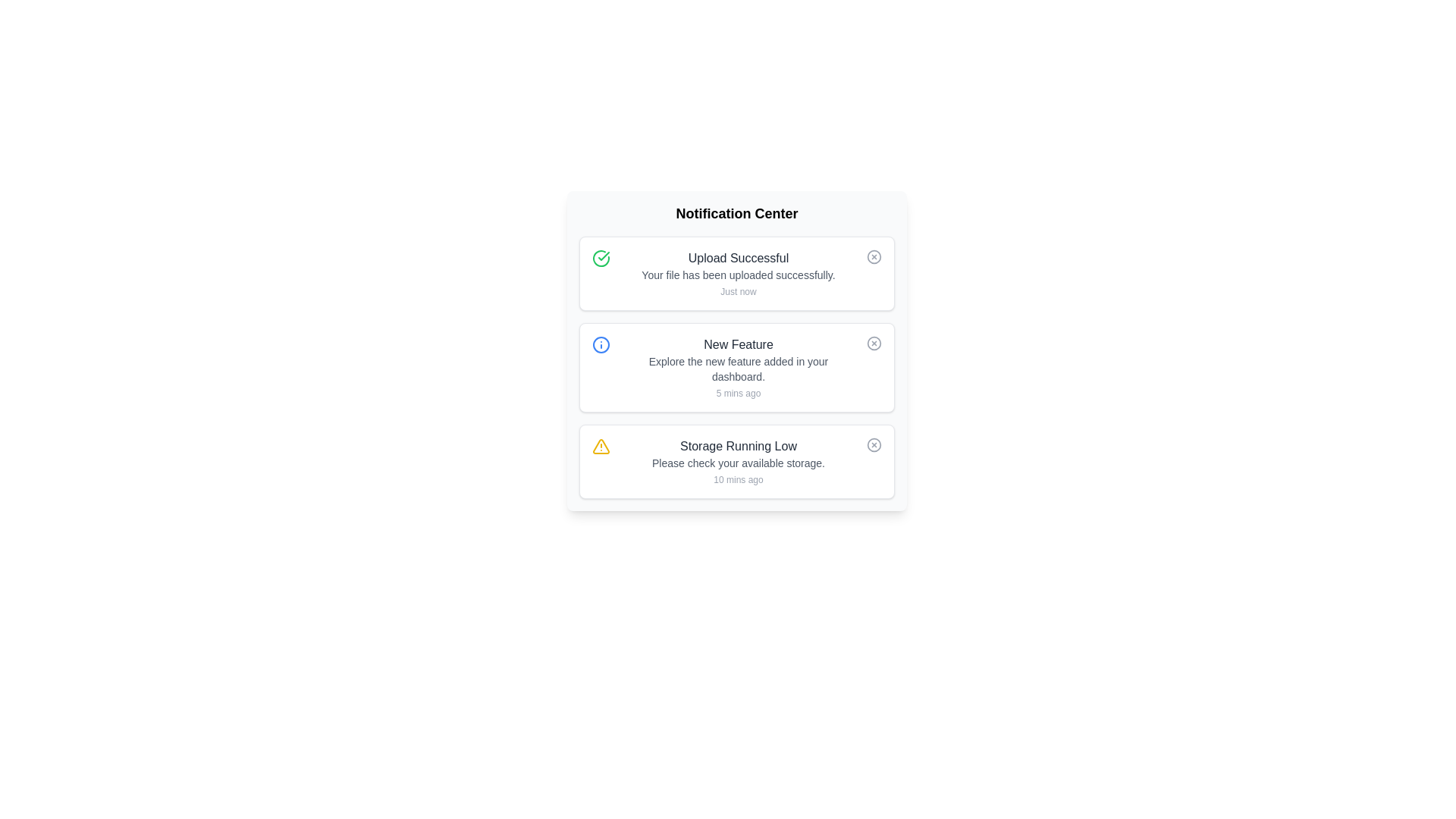 The height and width of the screenshot is (819, 1456). I want to click on the 'Just now' text label located under the 'Upload Successful' notification in the Notification Center interface, so click(739, 292).